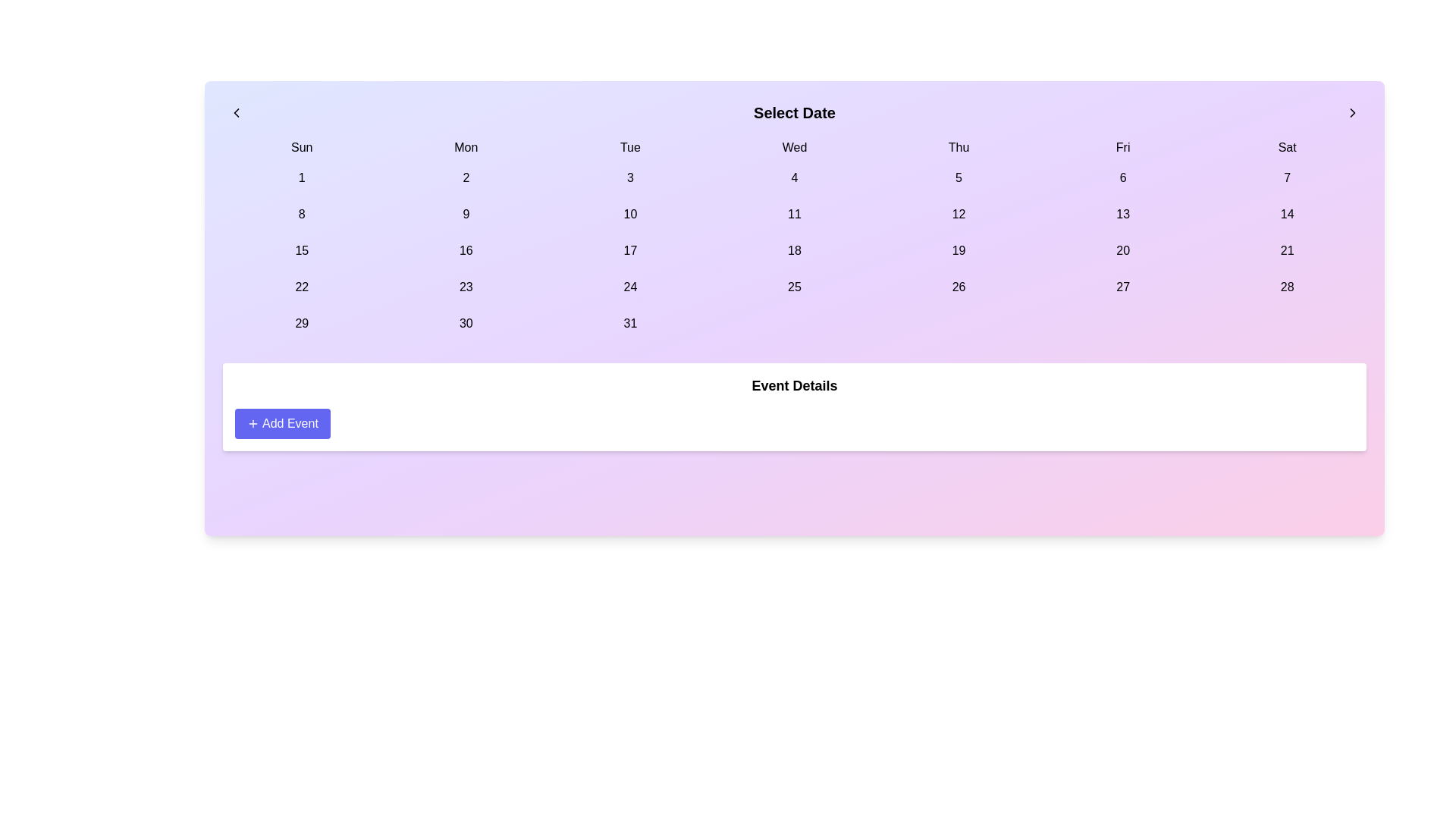 This screenshot has height=819, width=1456. What do you see at coordinates (793, 214) in the screenshot?
I see `the button displaying '11' in the calendar layout` at bounding box center [793, 214].